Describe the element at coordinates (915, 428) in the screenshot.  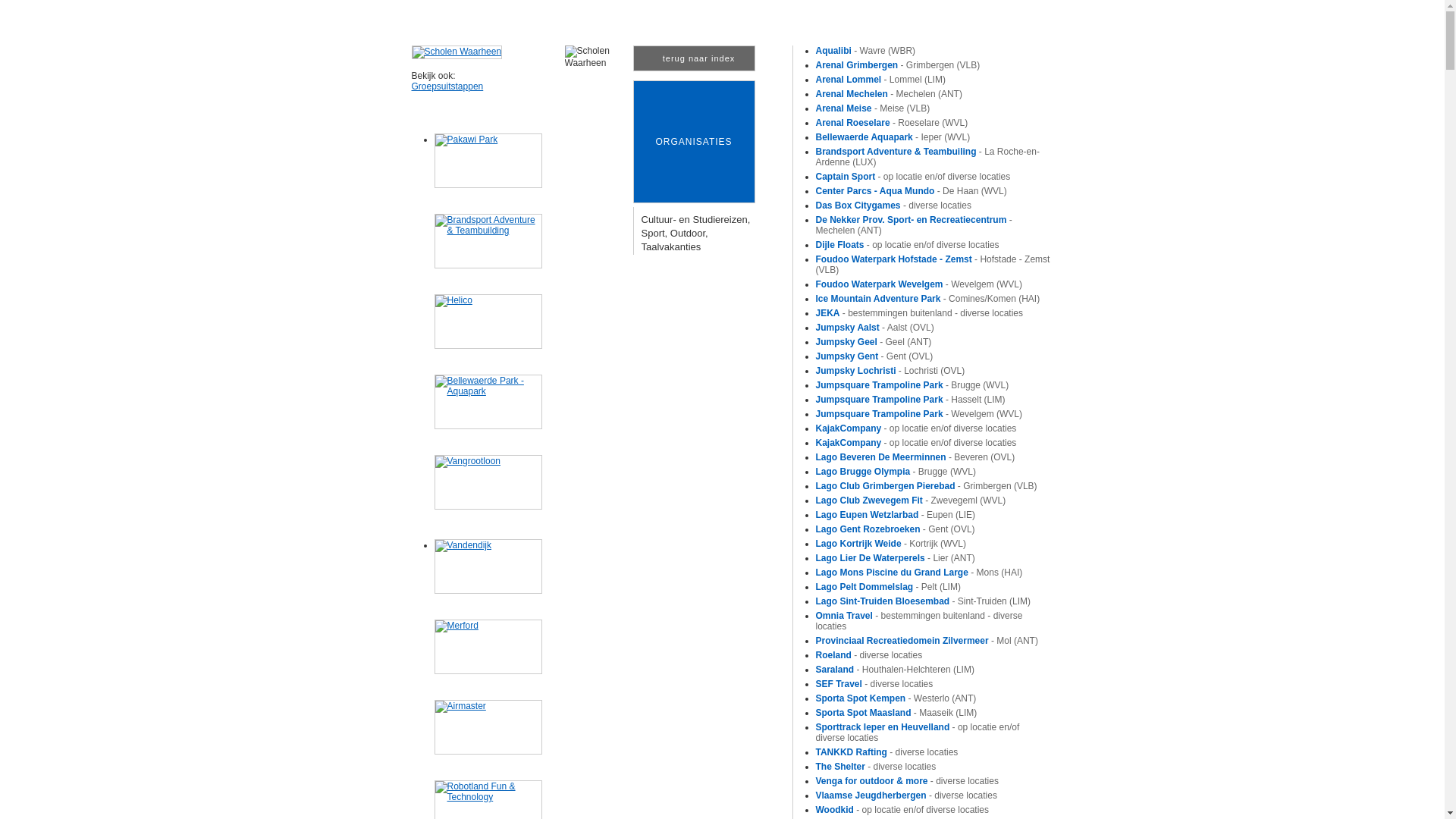
I see `'KajakCompany - op locatie en/of diverse locaties'` at that location.